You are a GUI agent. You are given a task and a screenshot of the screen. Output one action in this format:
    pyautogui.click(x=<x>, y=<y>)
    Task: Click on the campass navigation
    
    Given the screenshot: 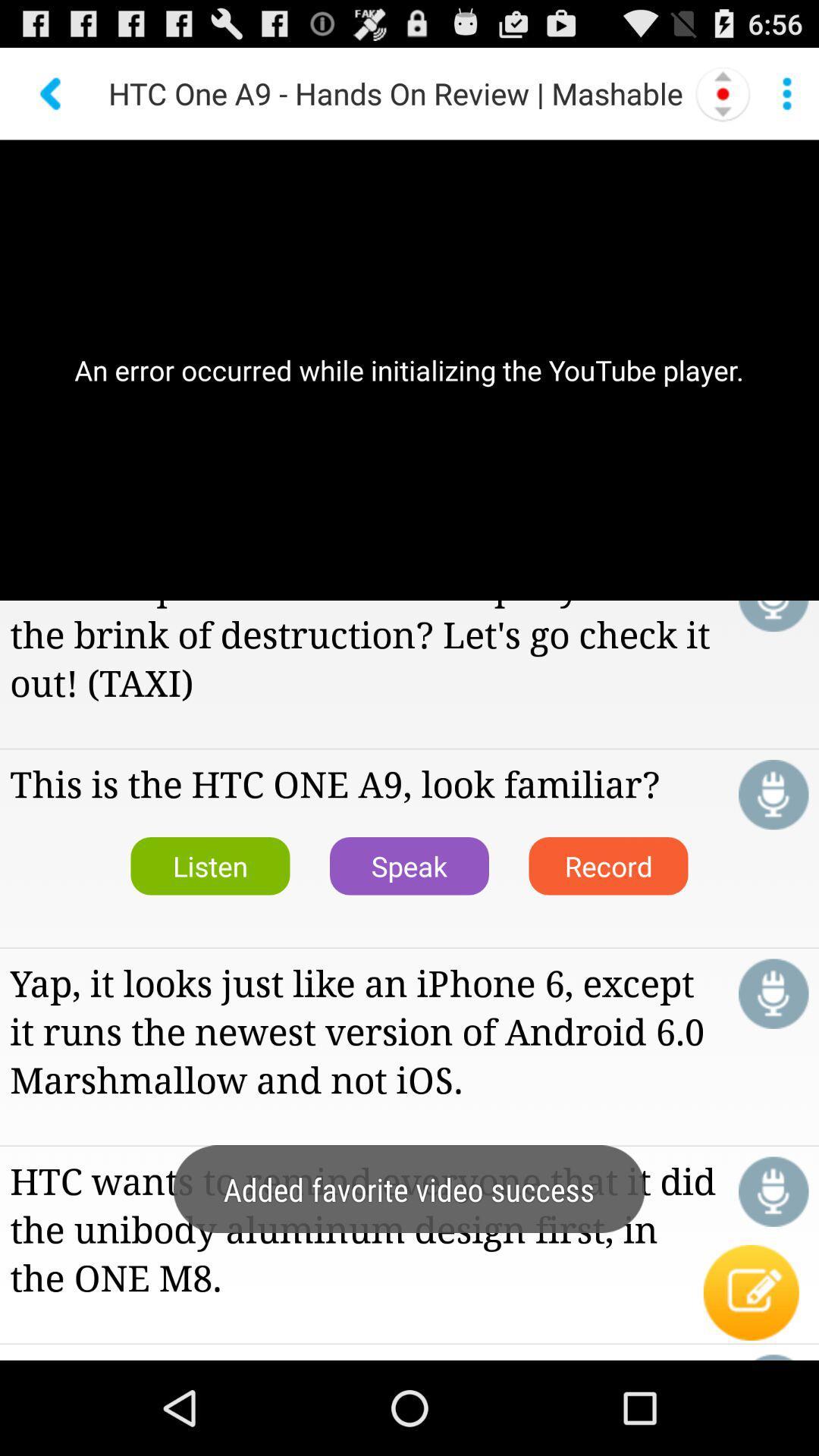 What is the action you would take?
    pyautogui.click(x=722, y=93)
    